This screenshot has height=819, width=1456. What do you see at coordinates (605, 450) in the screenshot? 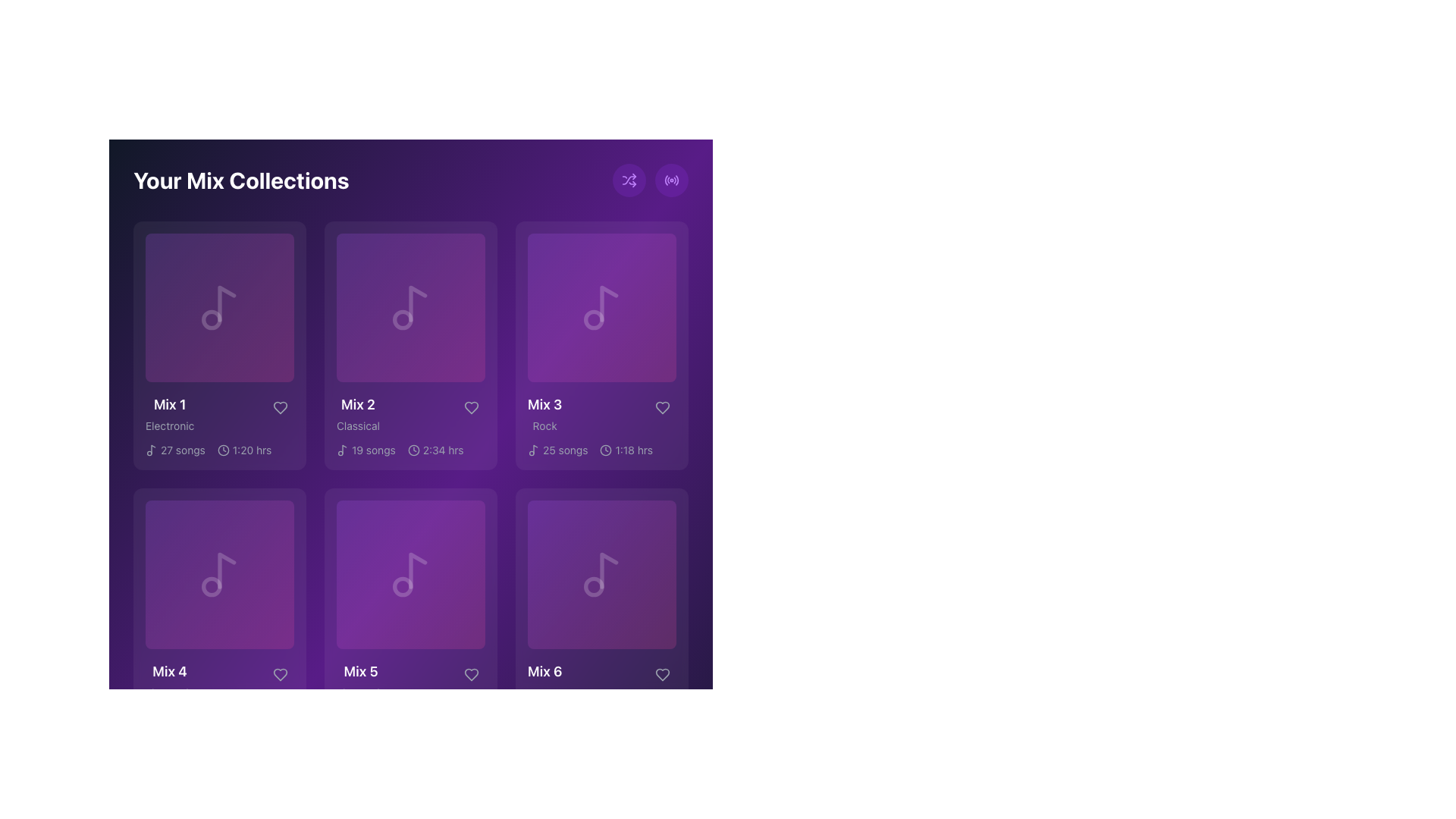
I see `the circular background of the clock icon located within the 'Mix 3' card, which indicates time-related details` at bounding box center [605, 450].